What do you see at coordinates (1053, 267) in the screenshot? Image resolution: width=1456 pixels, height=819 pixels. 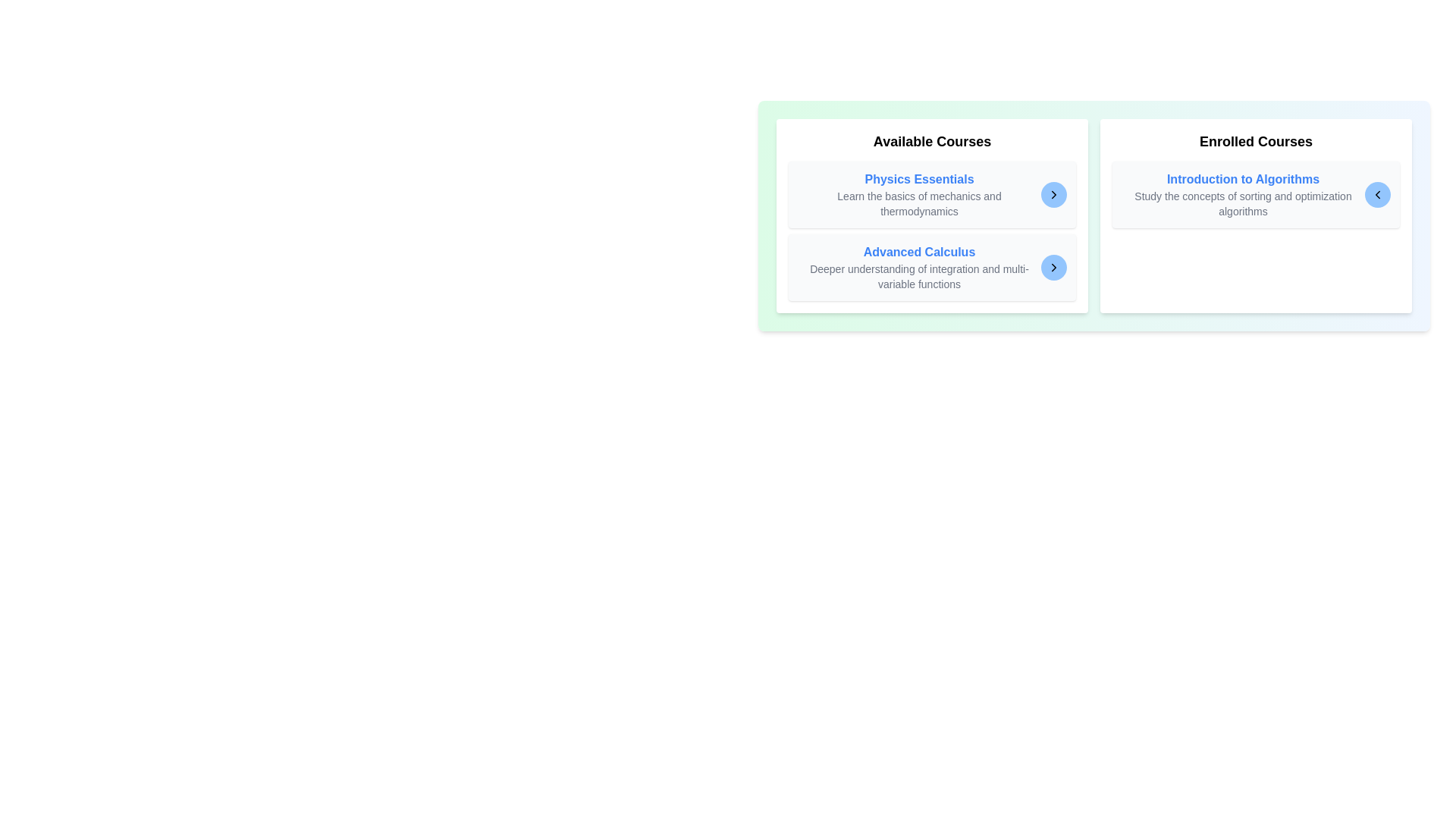 I see `arrow button corresponding to the course Advanced Calculus to transfer it to the other list` at bounding box center [1053, 267].